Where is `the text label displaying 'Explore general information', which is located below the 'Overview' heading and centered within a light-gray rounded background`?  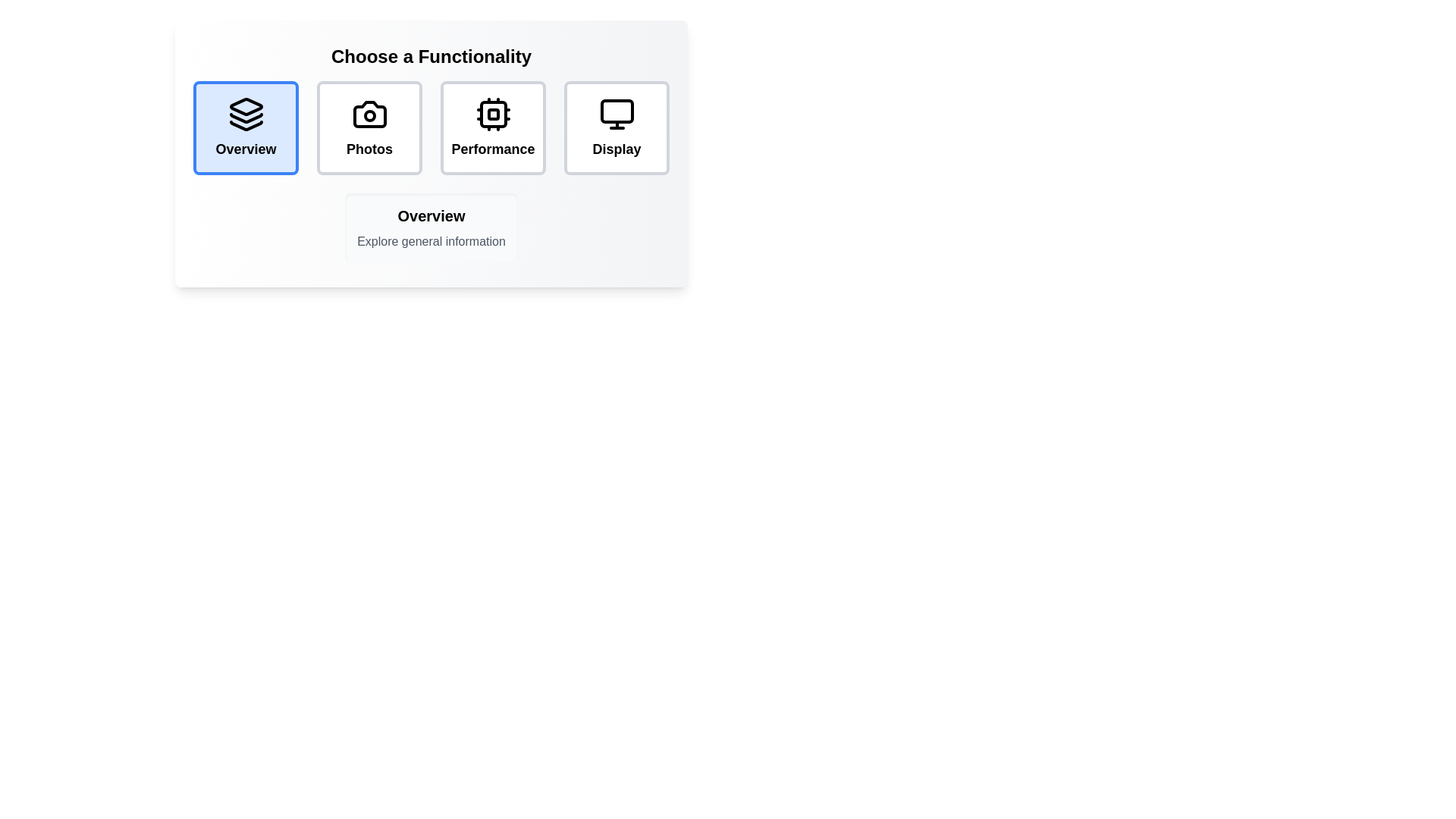
the text label displaying 'Explore general information', which is located below the 'Overview' heading and centered within a light-gray rounded background is located at coordinates (430, 241).